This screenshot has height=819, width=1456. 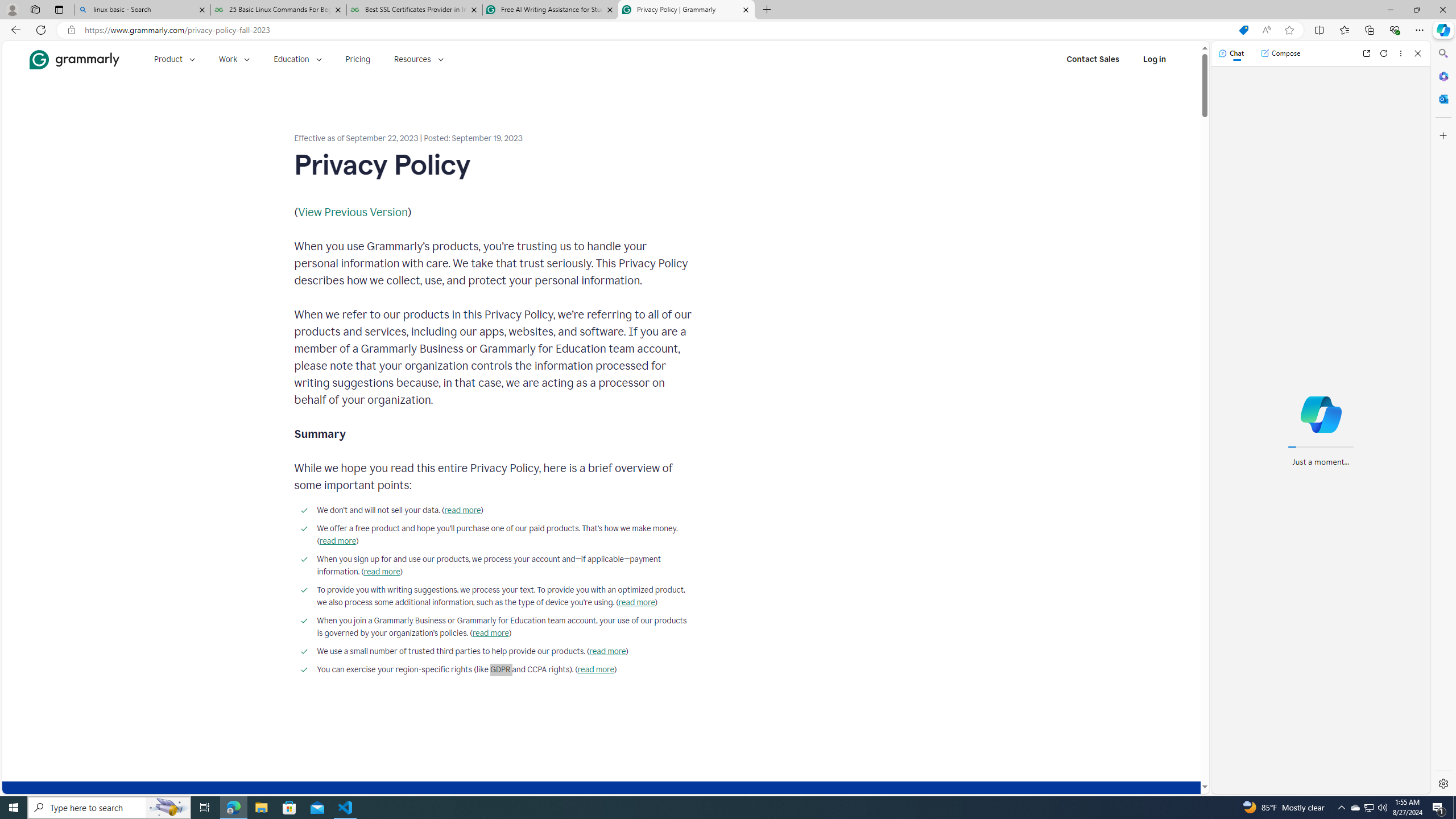 I want to click on 'Resources', so click(x=419, y=59).